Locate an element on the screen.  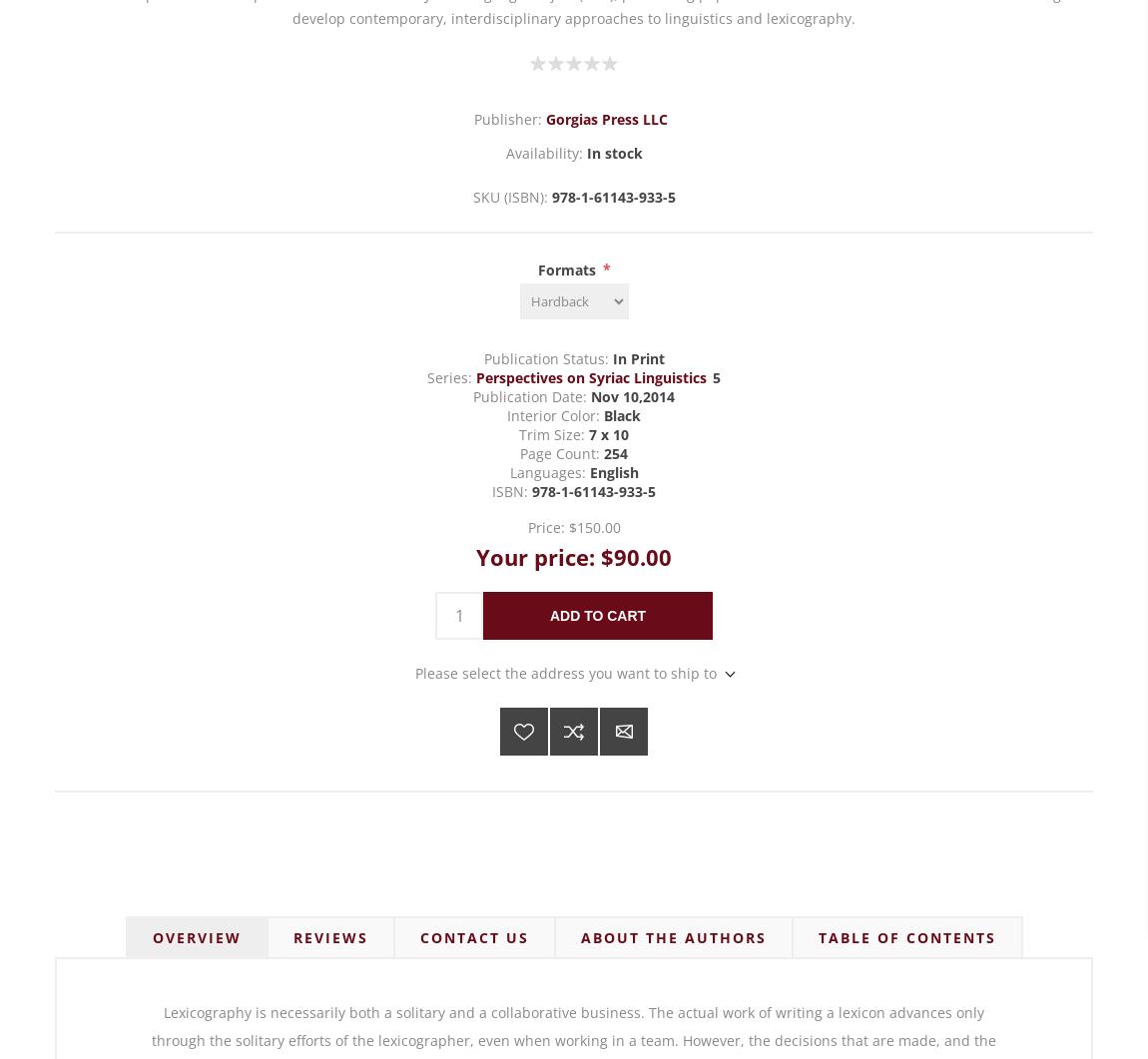
'ISBN:' is located at coordinates (509, 491).